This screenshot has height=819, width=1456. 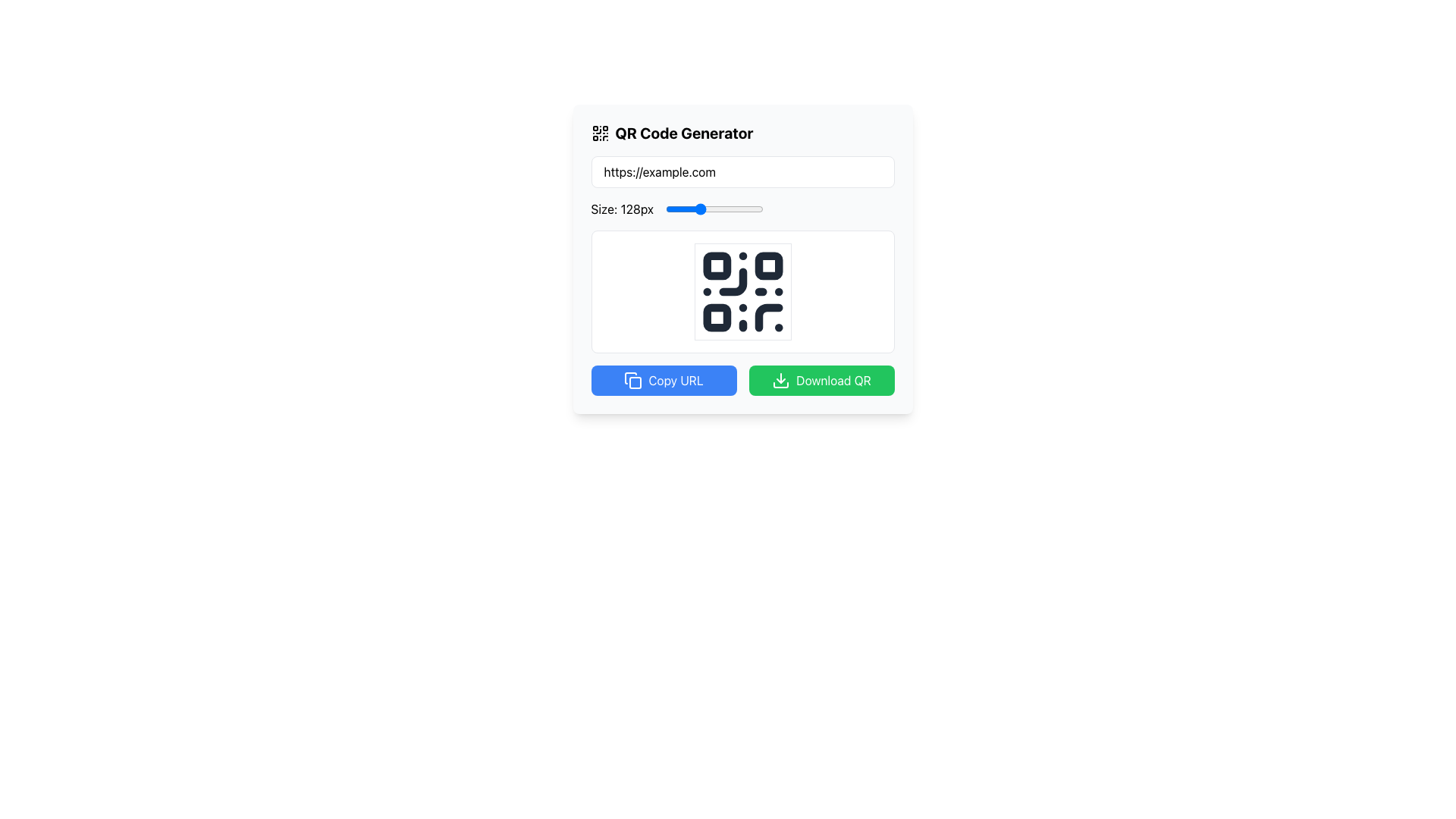 What do you see at coordinates (739, 209) in the screenshot?
I see `the size` at bounding box center [739, 209].